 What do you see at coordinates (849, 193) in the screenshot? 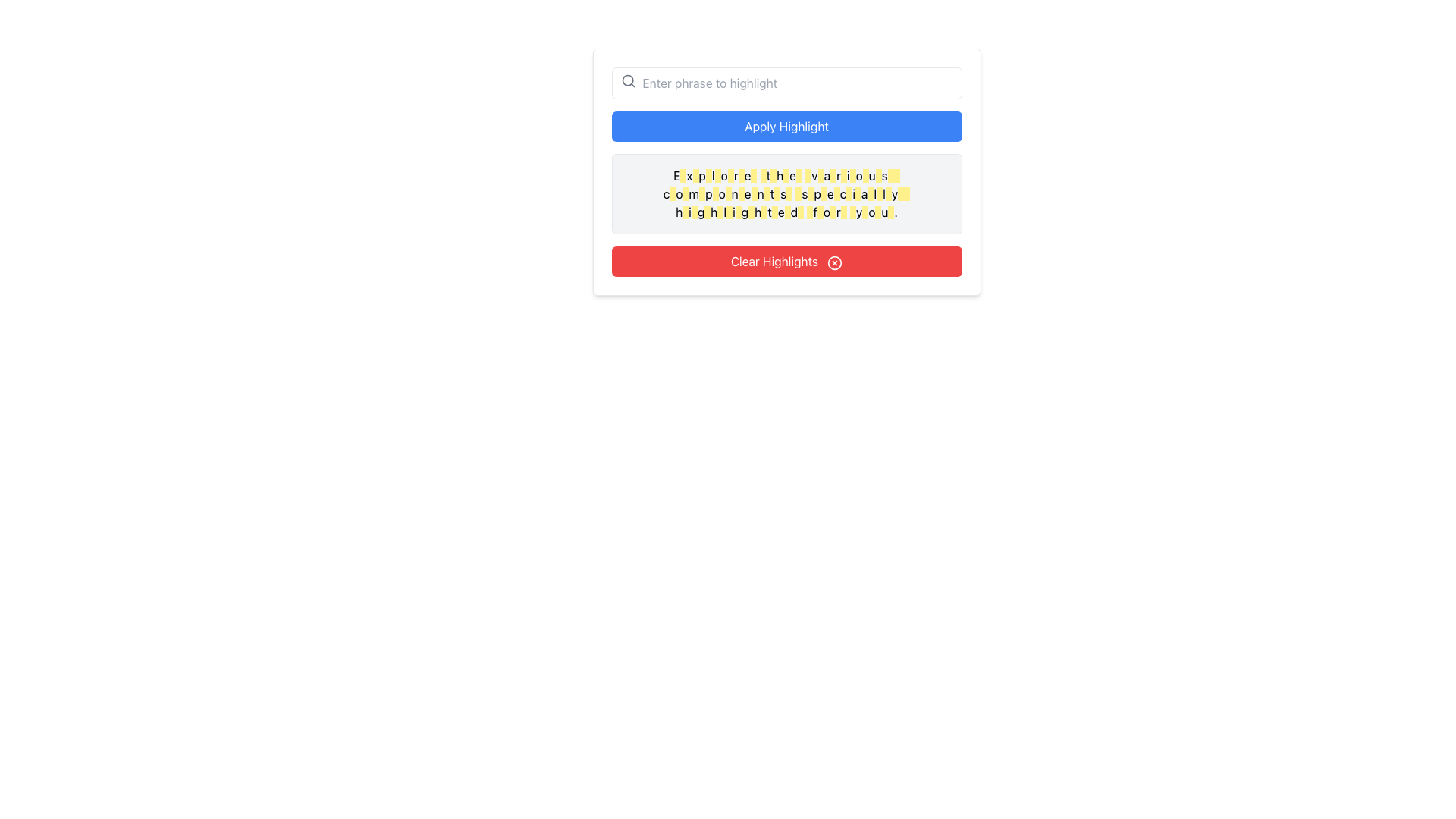
I see `the text highlight element with a yellow background that emphasizes the word 'specially' in the phrase 'Explore the various components specially highlighted for you.'` at bounding box center [849, 193].